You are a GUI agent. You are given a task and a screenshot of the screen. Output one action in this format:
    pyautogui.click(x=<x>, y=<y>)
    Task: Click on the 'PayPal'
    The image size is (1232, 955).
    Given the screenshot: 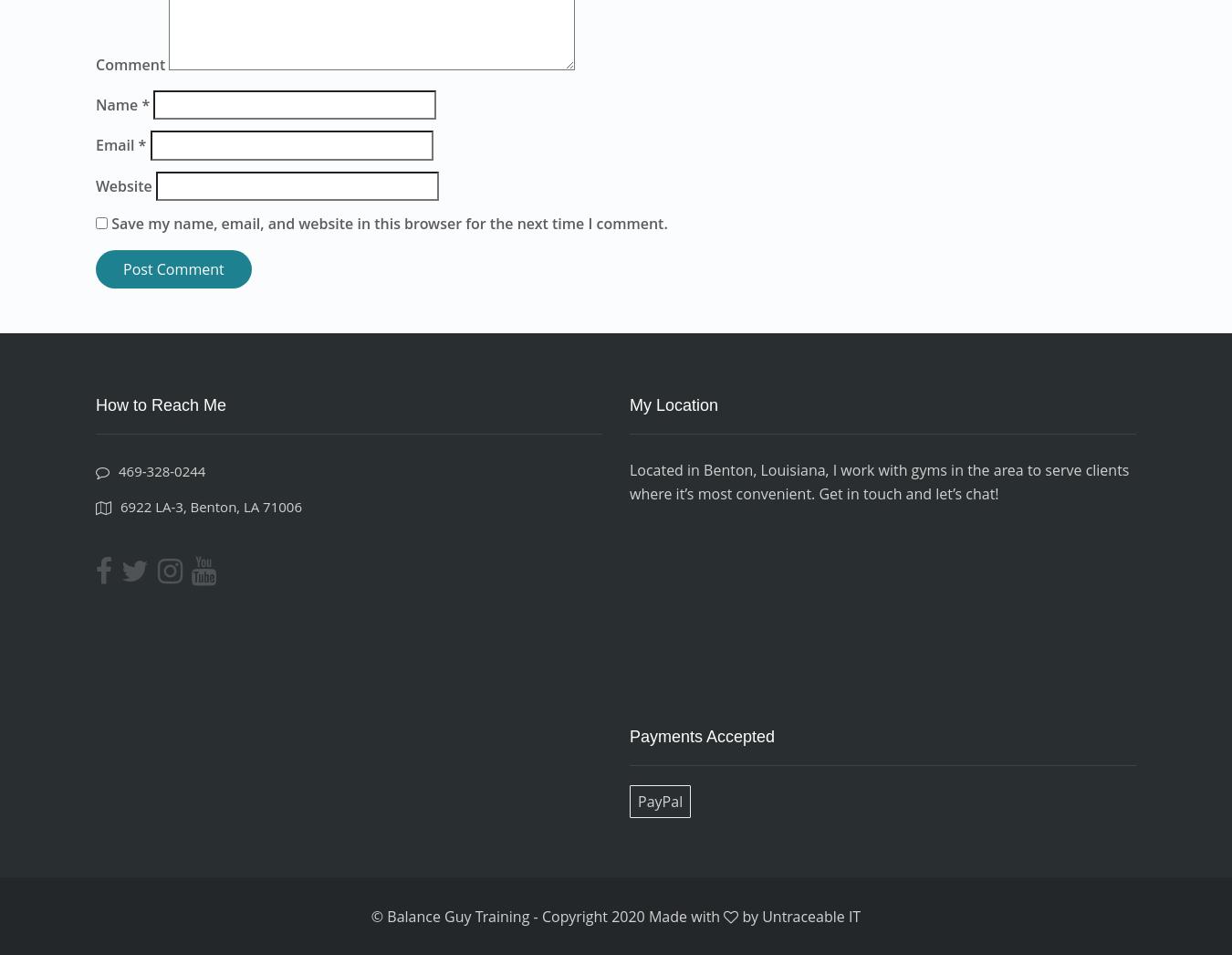 What is the action you would take?
    pyautogui.click(x=659, y=801)
    